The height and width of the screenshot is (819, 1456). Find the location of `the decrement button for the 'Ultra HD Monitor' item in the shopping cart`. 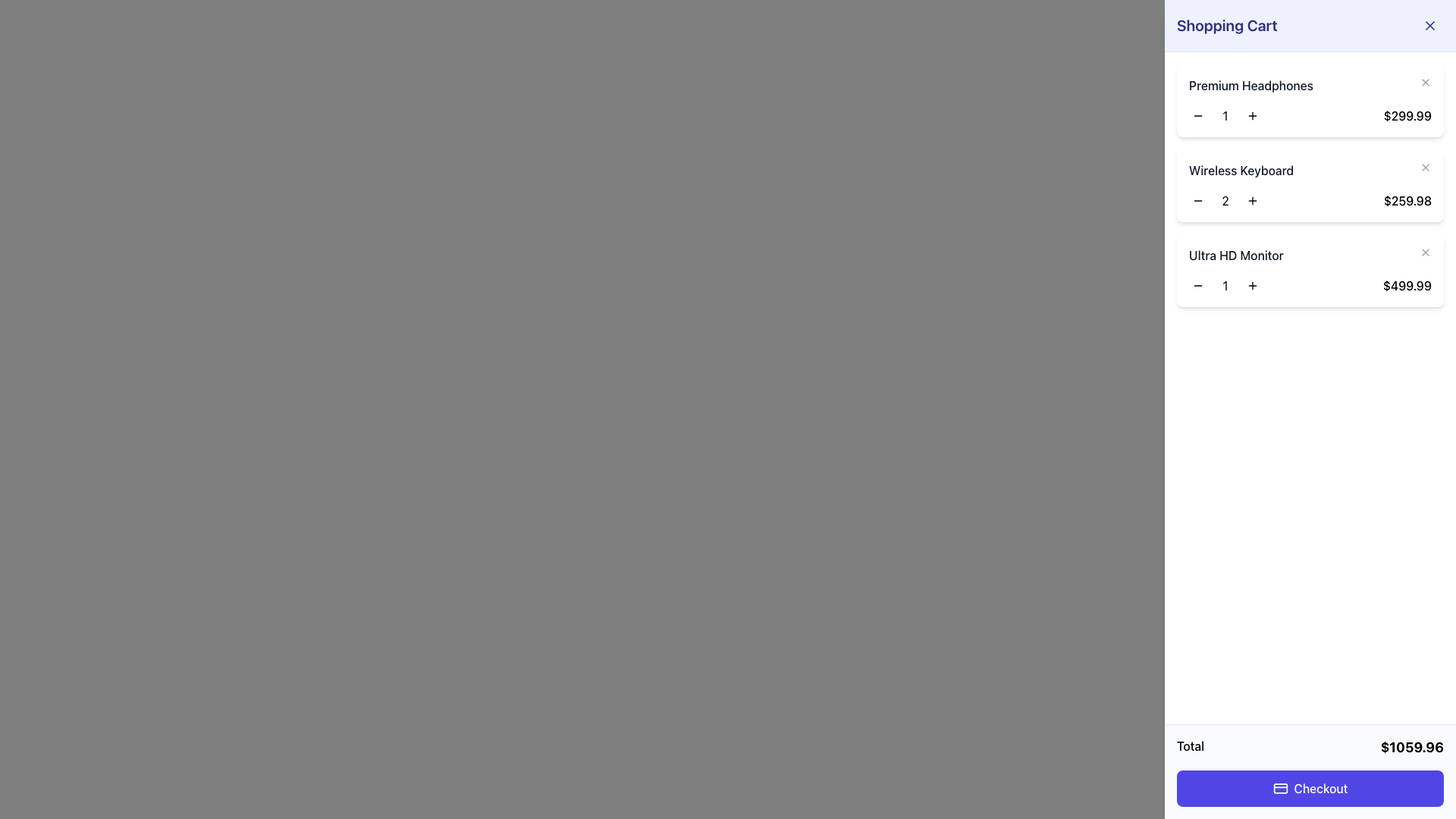

the decrement button for the 'Ultra HD Monitor' item in the shopping cart is located at coordinates (1197, 286).